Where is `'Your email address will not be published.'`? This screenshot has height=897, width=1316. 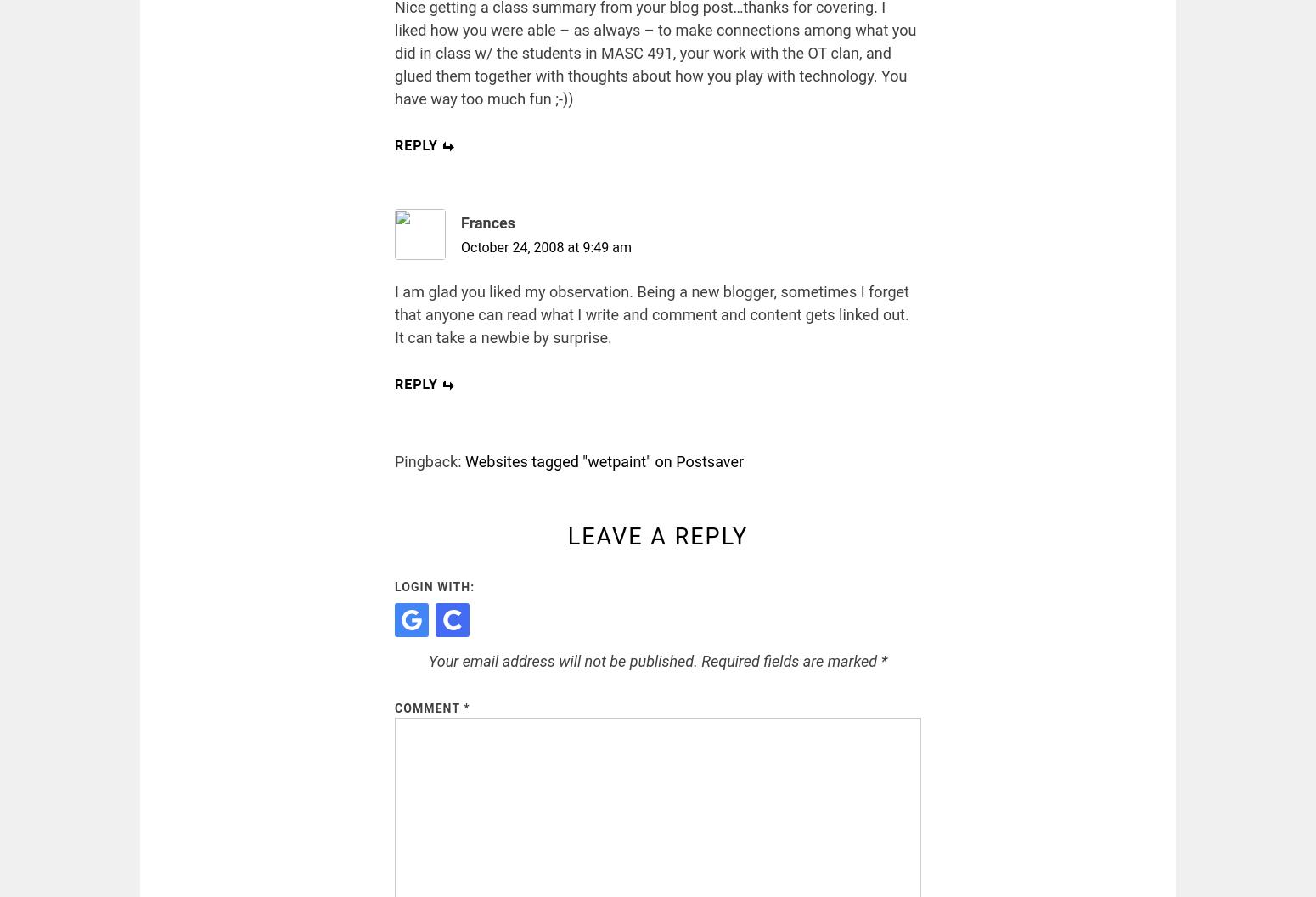 'Your email address will not be published.' is located at coordinates (561, 660).